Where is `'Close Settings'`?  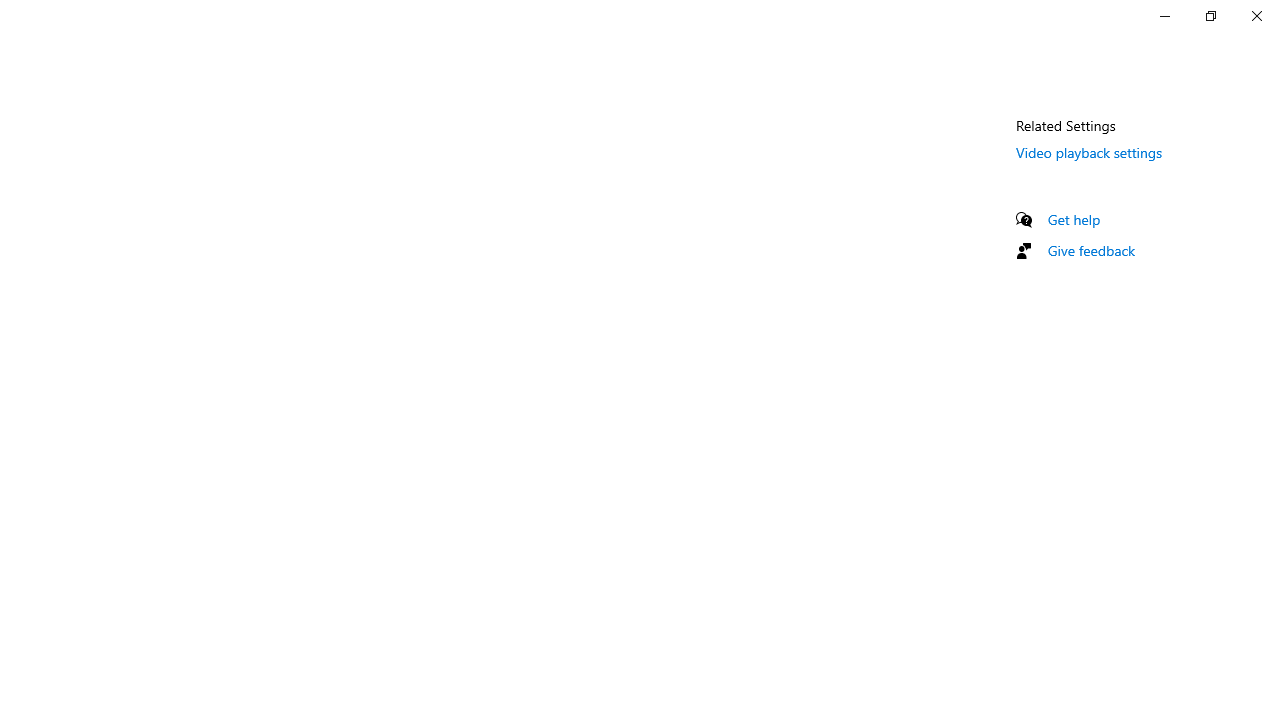 'Close Settings' is located at coordinates (1255, 15).